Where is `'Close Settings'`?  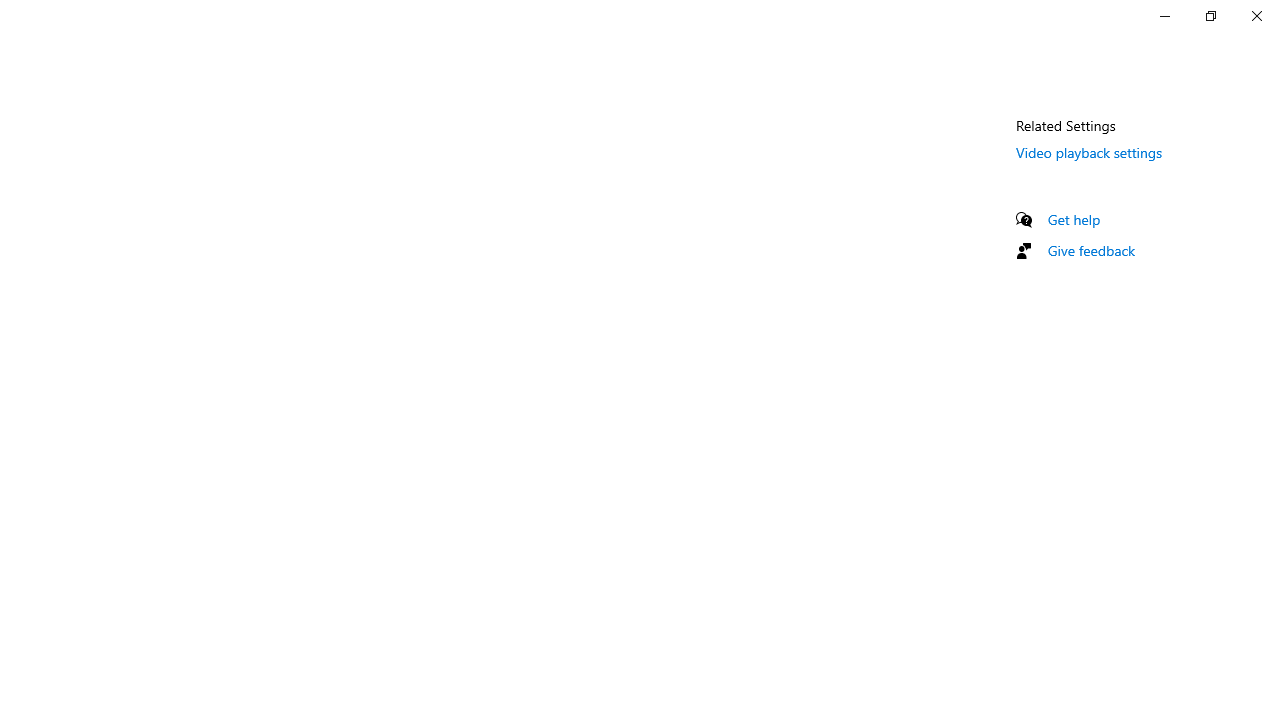 'Close Settings' is located at coordinates (1255, 15).